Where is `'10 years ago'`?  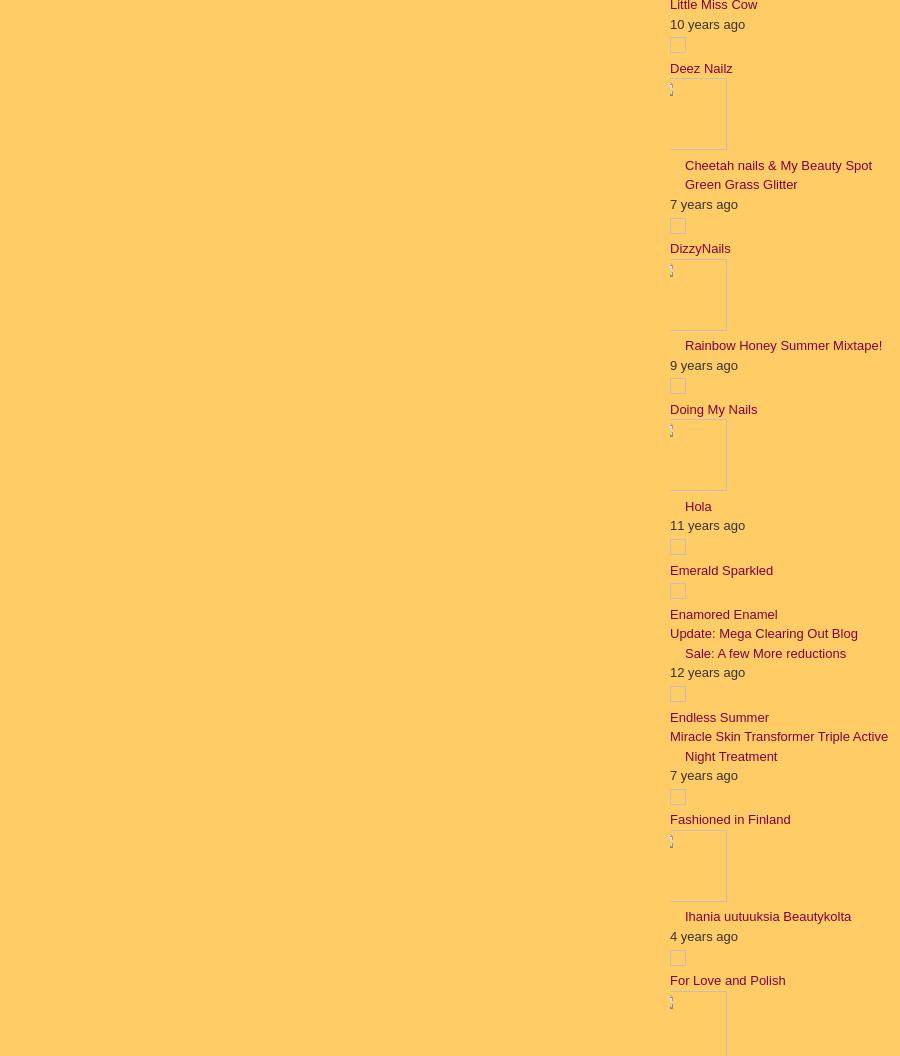
'10 years ago' is located at coordinates (706, 23).